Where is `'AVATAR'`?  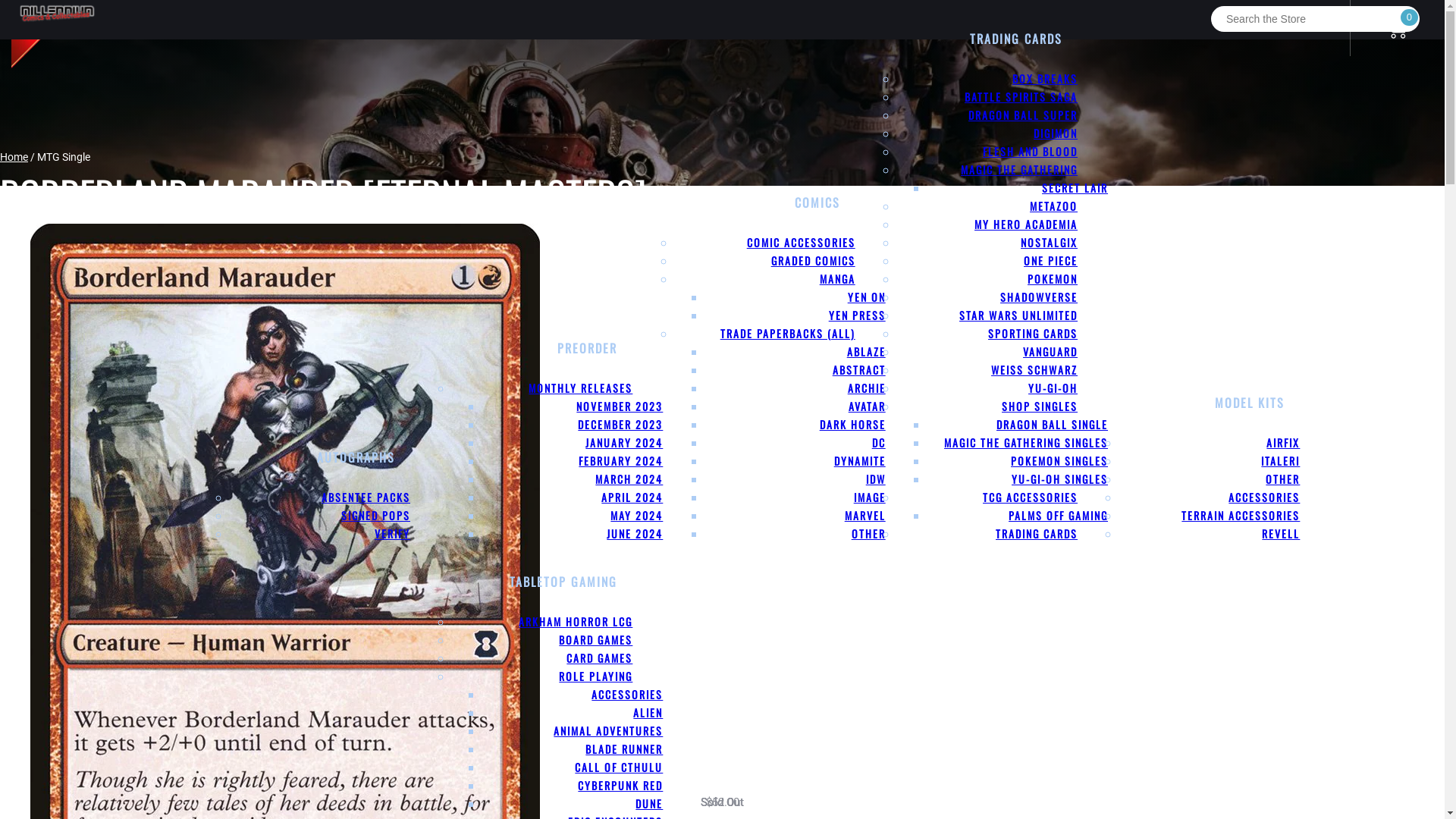 'AVATAR' is located at coordinates (847, 405).